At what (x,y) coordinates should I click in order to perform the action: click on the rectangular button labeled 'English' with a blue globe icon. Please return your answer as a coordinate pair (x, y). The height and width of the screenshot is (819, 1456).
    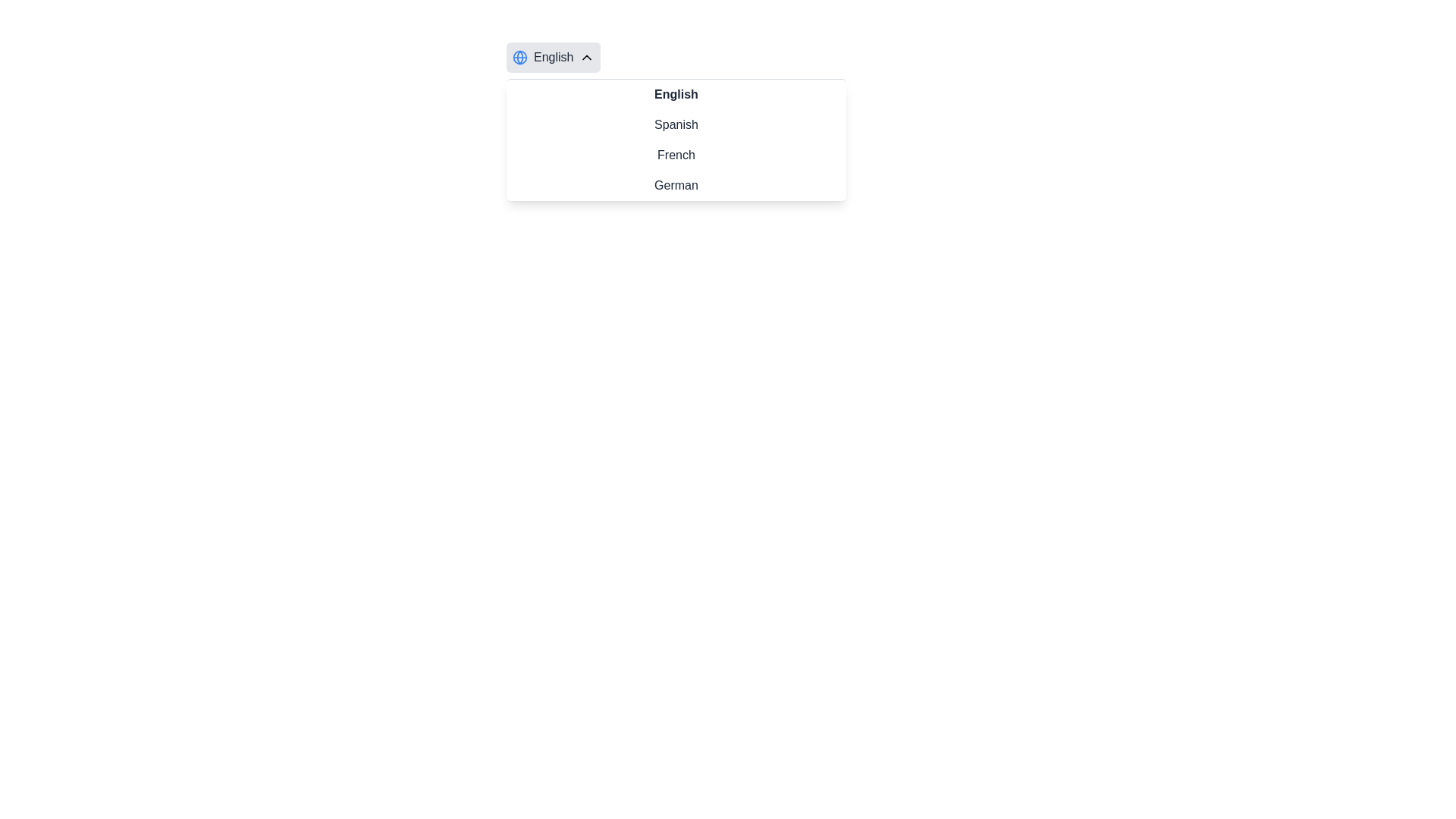
    Looking at the image, I should click on (553, 57).